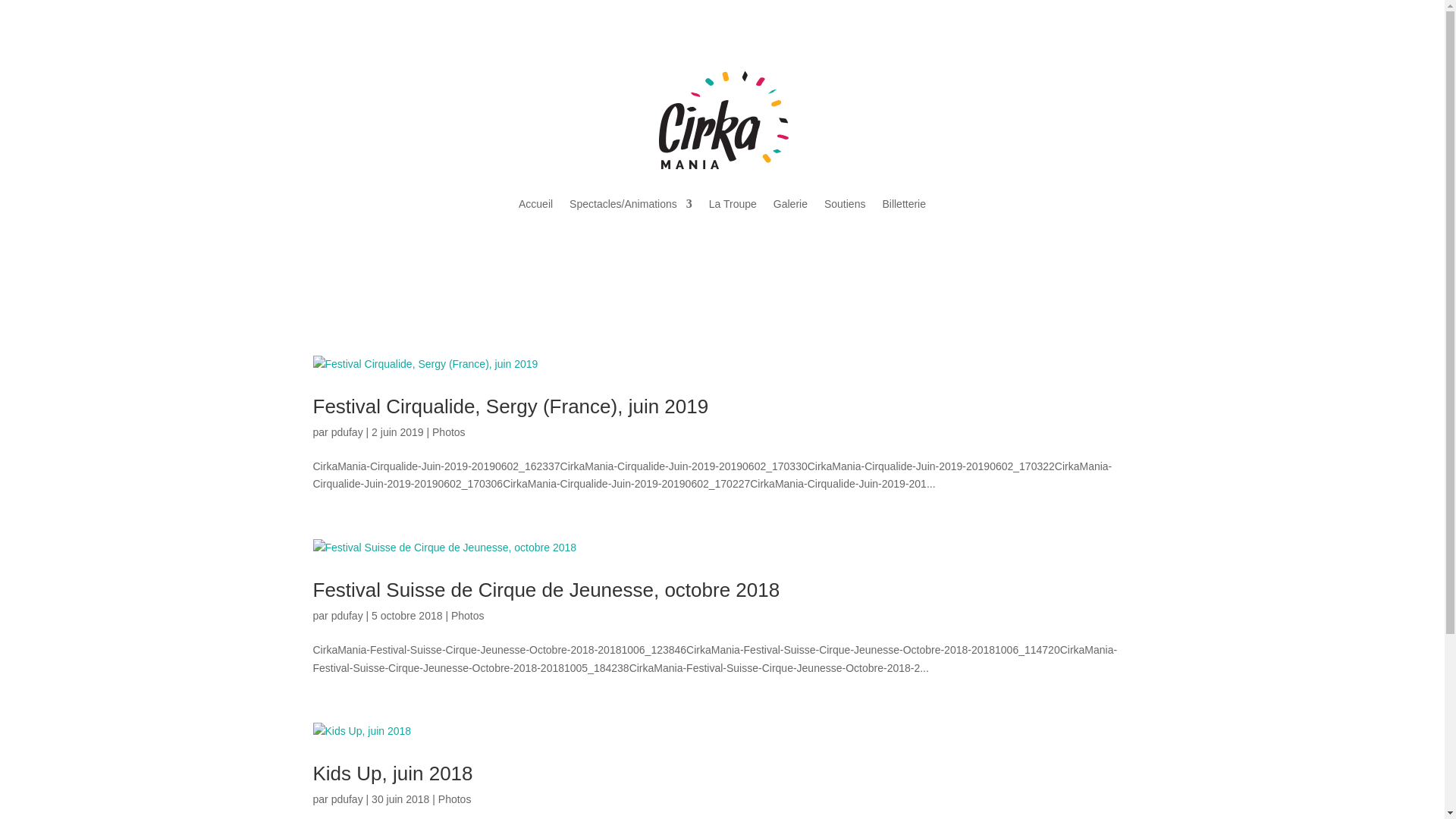 The image size is (1456, 819). What do you see at coordinates (568, 203) in the screenshot?
I see `'Spectacles/Animations'` at bounding box center [568, 203].